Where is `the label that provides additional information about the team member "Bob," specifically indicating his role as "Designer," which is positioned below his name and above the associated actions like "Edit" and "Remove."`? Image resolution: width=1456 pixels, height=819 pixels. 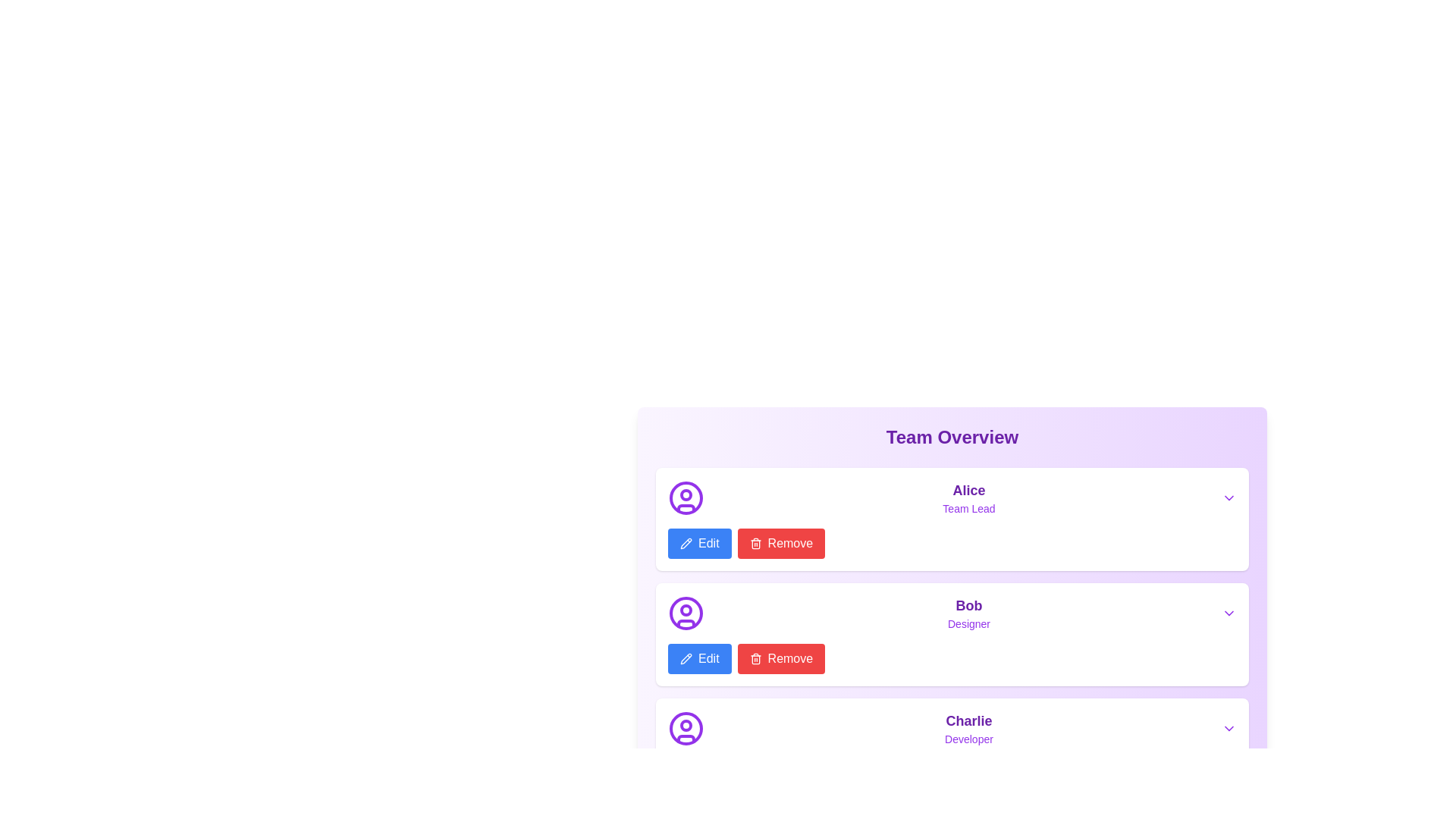 the label that provides additional information about the team member "Bob," specifically indicating his role as "Designer," which is positioned below his name and above the associated actions like "Edit" and "Remove." is located at coordinates (968, 623).